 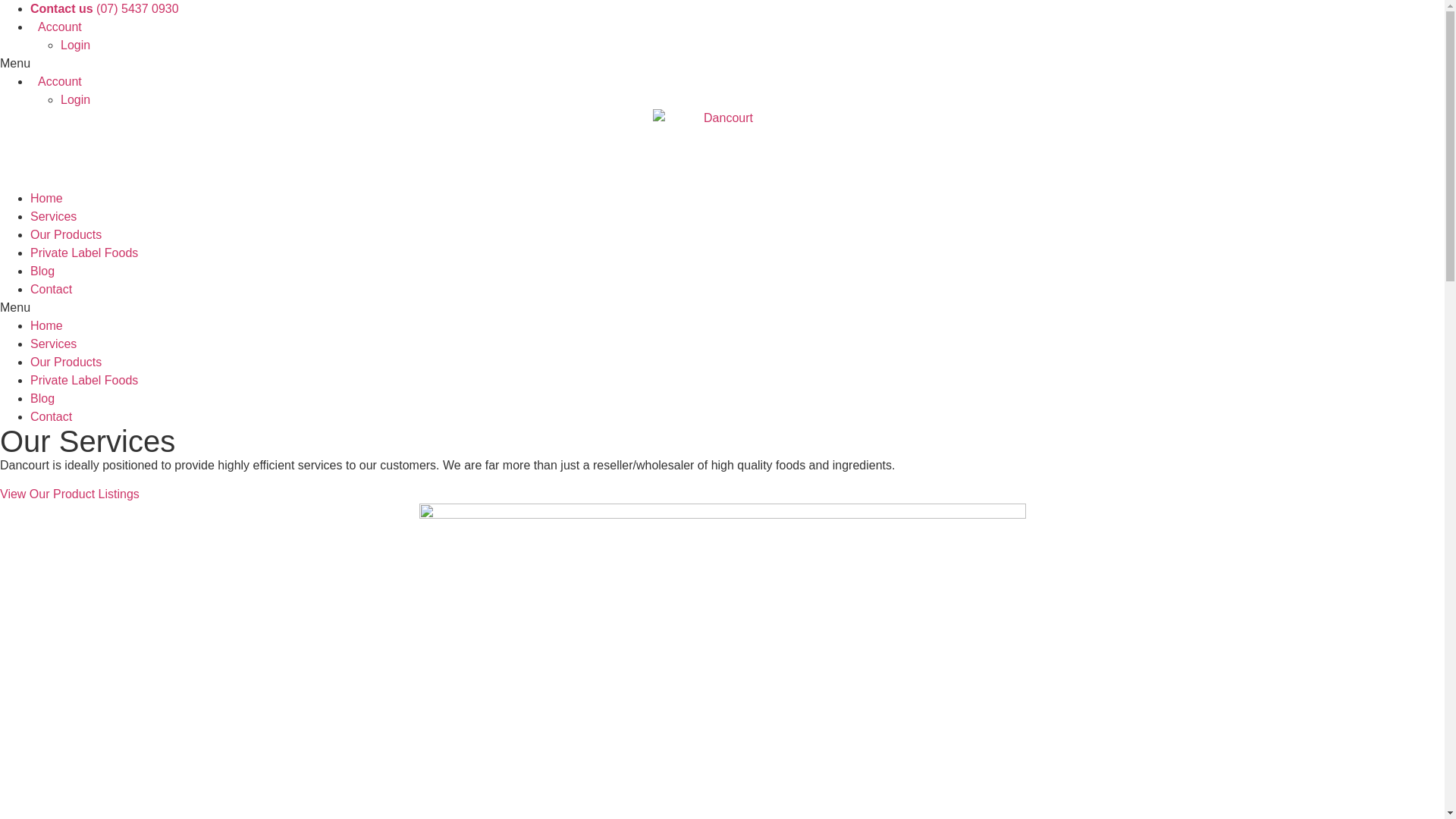 I want to click on 'Services', so click(x=53, y=216).